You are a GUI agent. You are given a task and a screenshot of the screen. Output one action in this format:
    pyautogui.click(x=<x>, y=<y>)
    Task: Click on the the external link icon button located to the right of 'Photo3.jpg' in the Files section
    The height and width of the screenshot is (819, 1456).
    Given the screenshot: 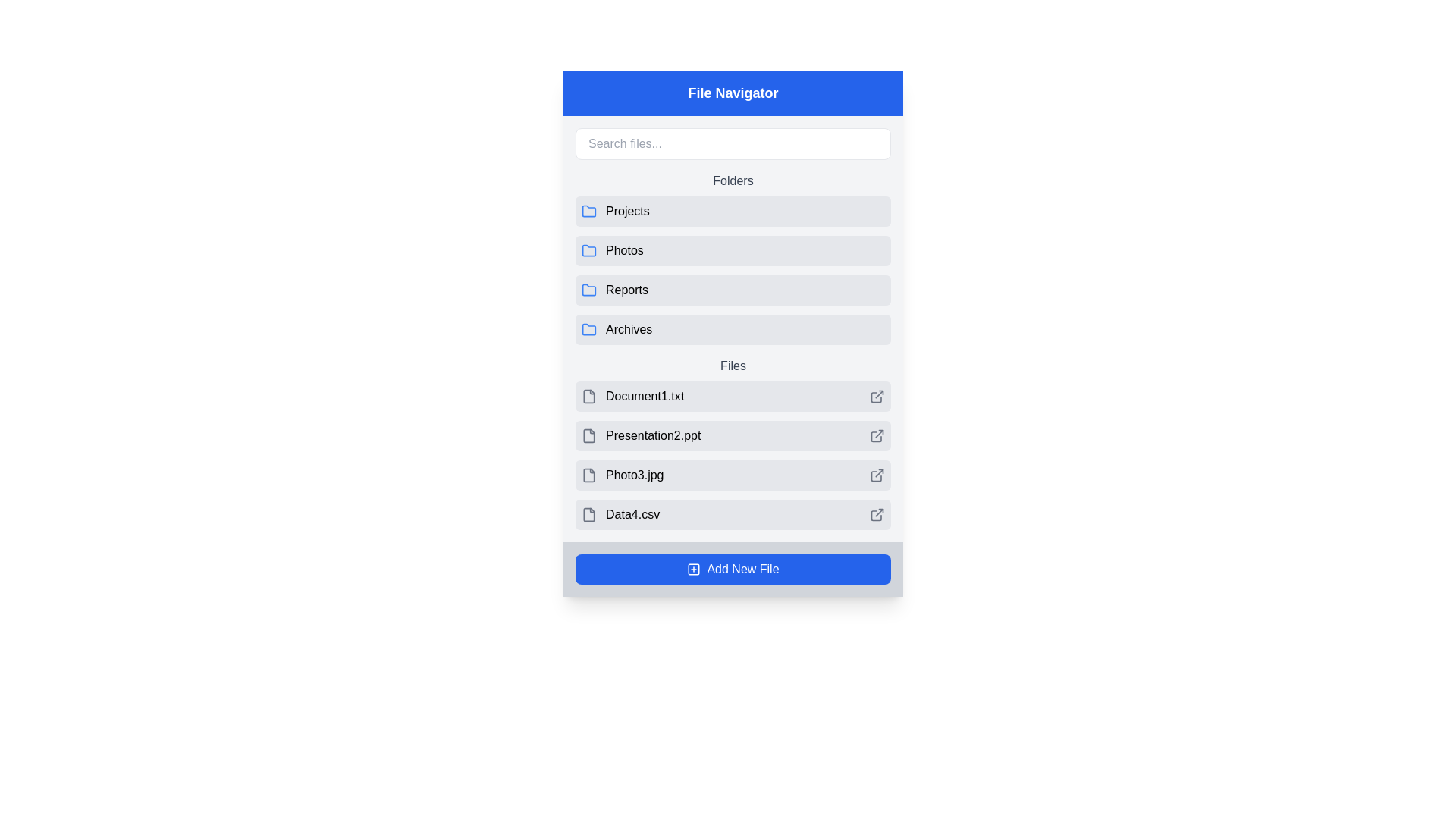 What is the action you would take?
    pyautogui.click(x=877, y=475)
    